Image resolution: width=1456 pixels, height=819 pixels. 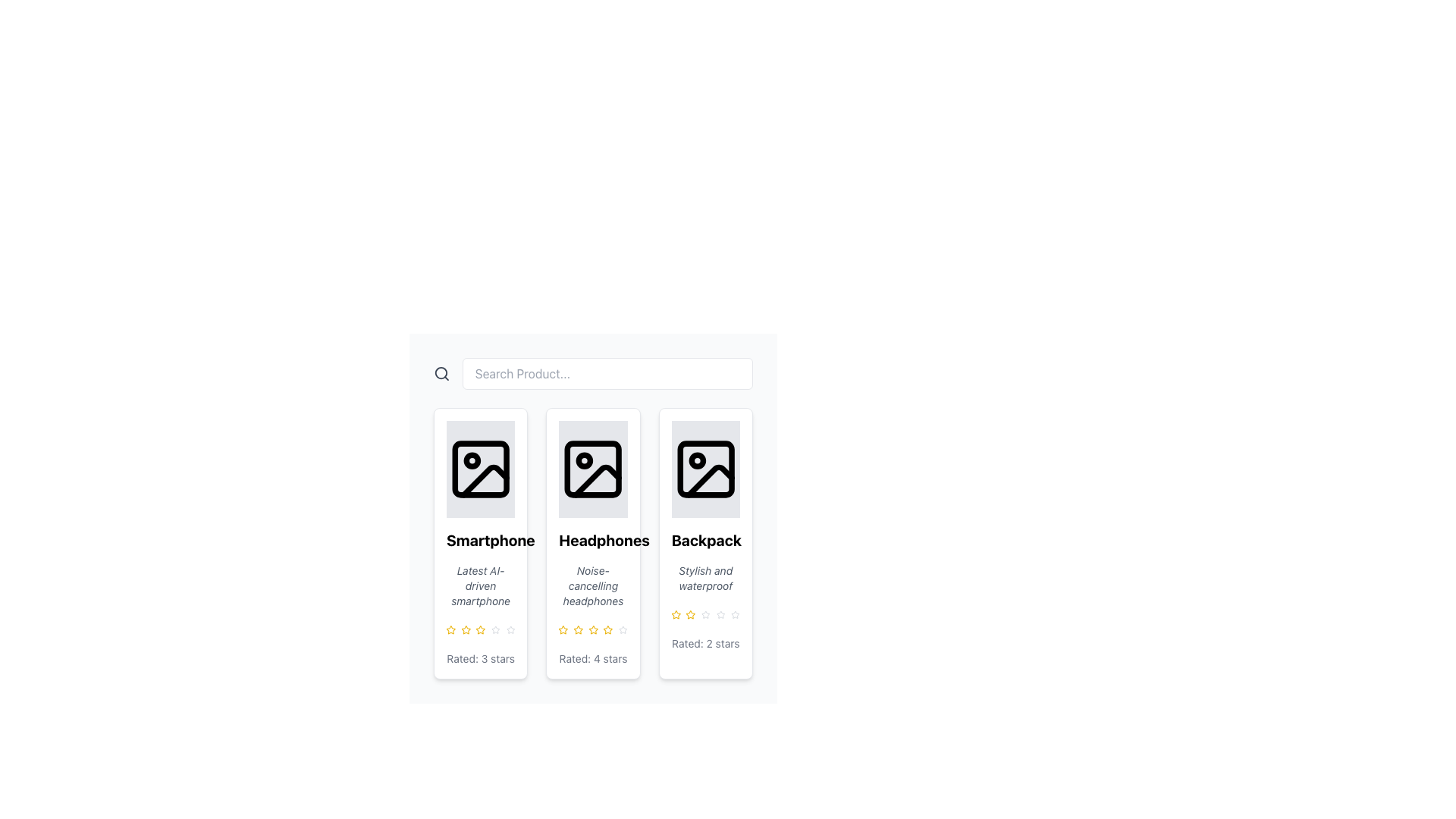 I want to click on the third yellow star icon in the rating sequence below the 'Headphones' product card, so click(x=577, y=629).